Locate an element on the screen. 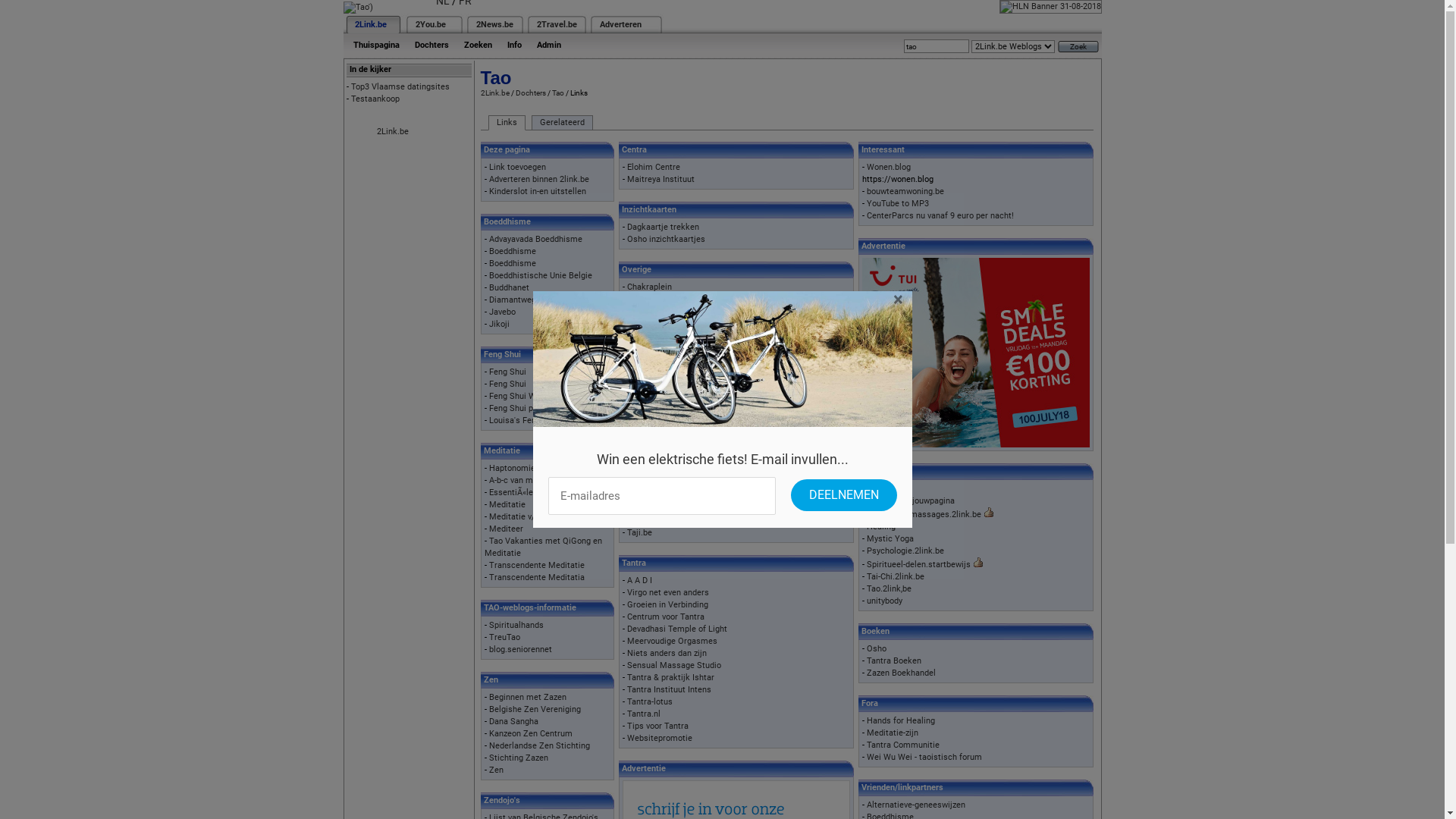 The image size is (1456, 819). 'Tantra Instituut Intens' is located at coordinates (667, 689).